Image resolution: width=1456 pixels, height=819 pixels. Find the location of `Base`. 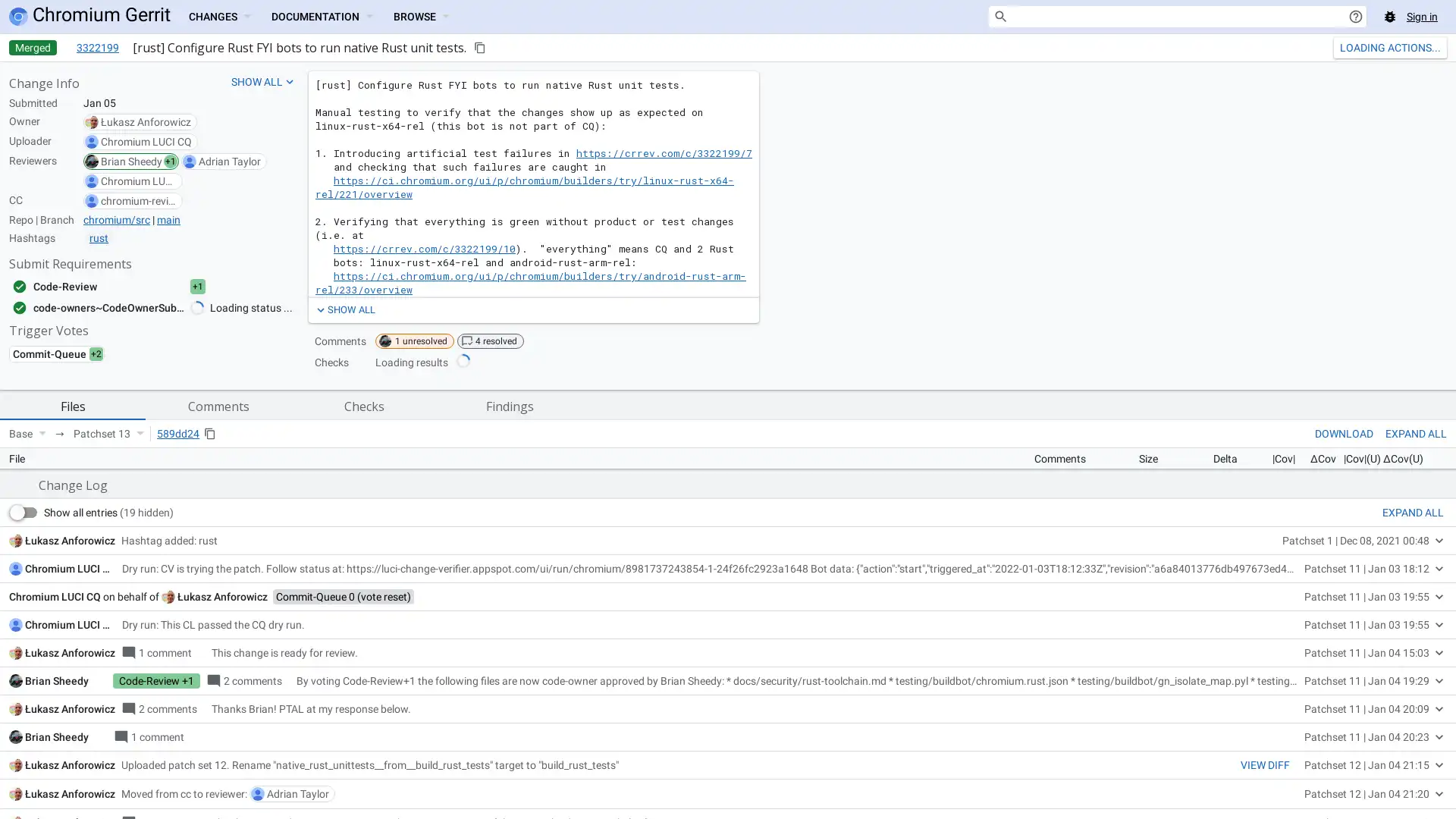

Base is located at coordinates (27, 433).